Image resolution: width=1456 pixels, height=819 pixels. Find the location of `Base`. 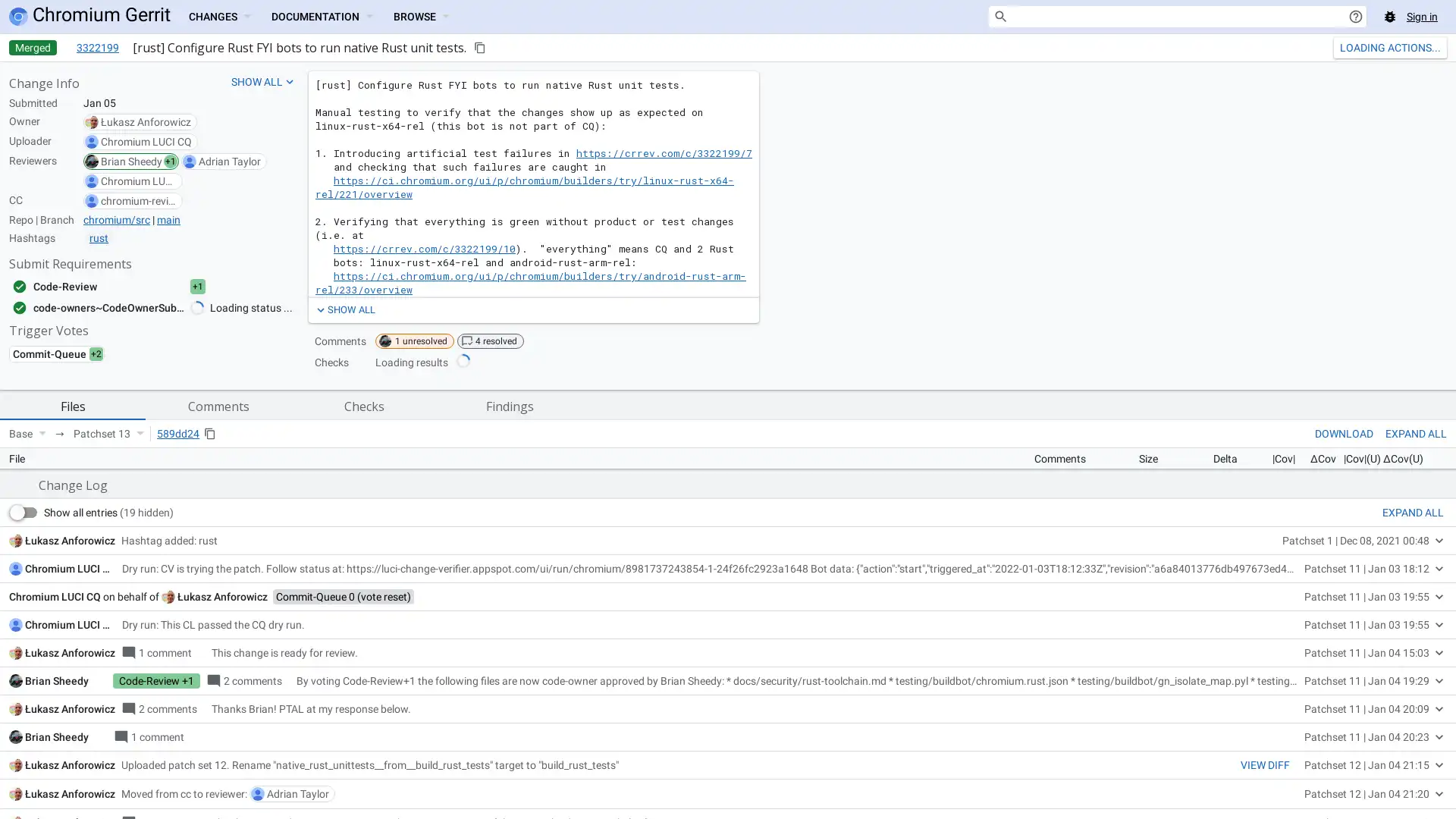

Base is located at coordinates (27, 433).